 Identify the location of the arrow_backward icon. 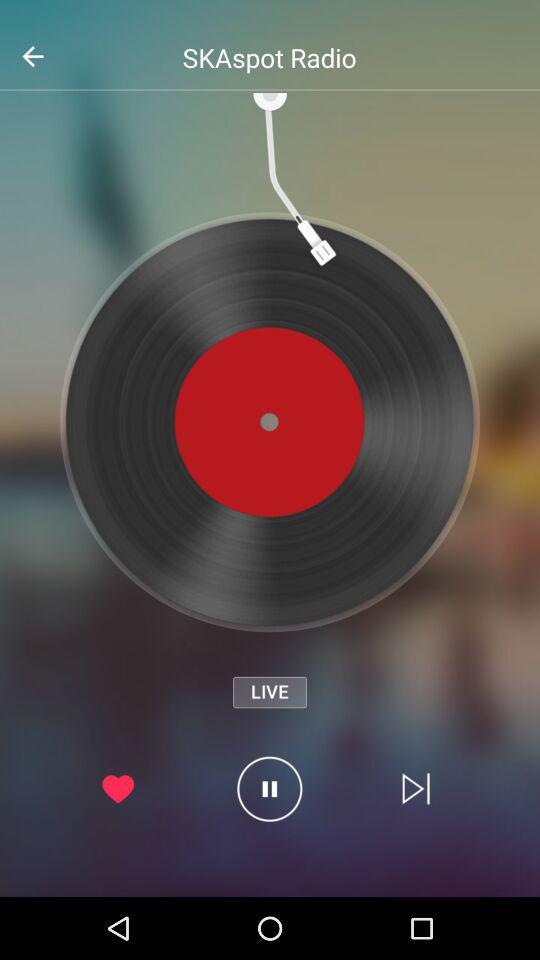
(31, 55).